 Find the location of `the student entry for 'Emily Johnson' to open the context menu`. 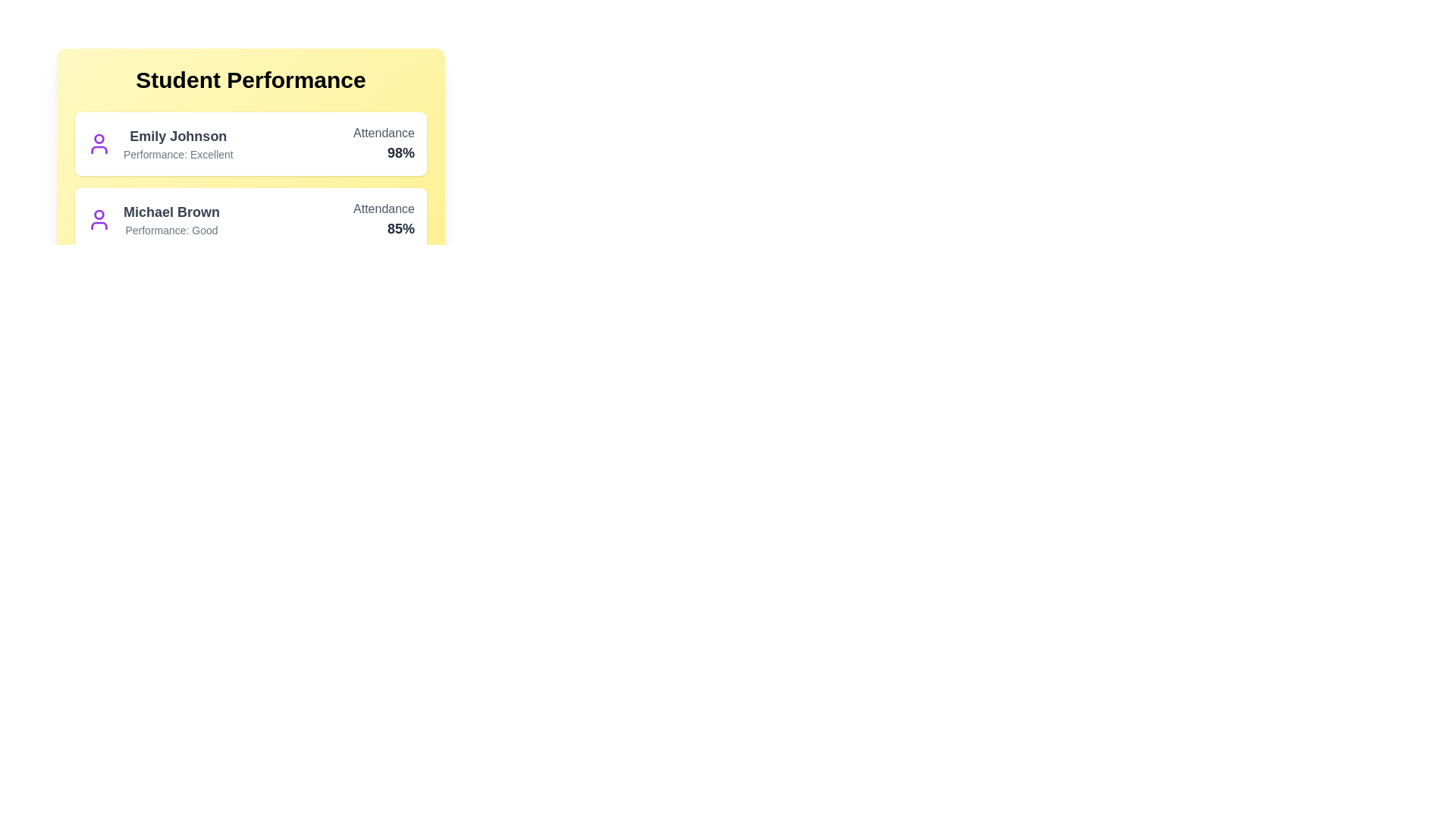

the student entry for 'Emily Johnson' to open the context menu is located at coordinates (251, 143).